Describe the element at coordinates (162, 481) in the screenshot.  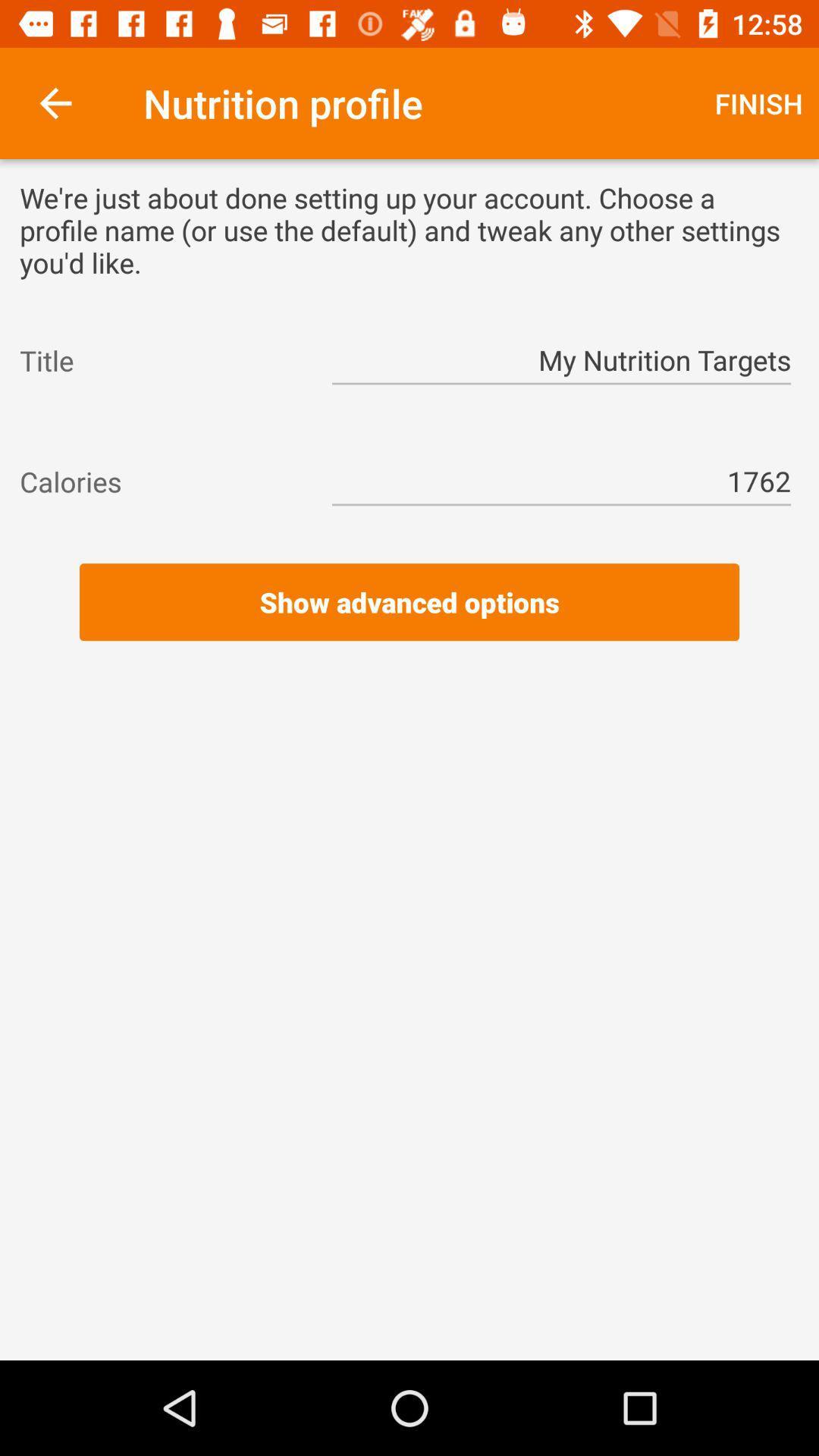
I see `the calories icon` at that location.